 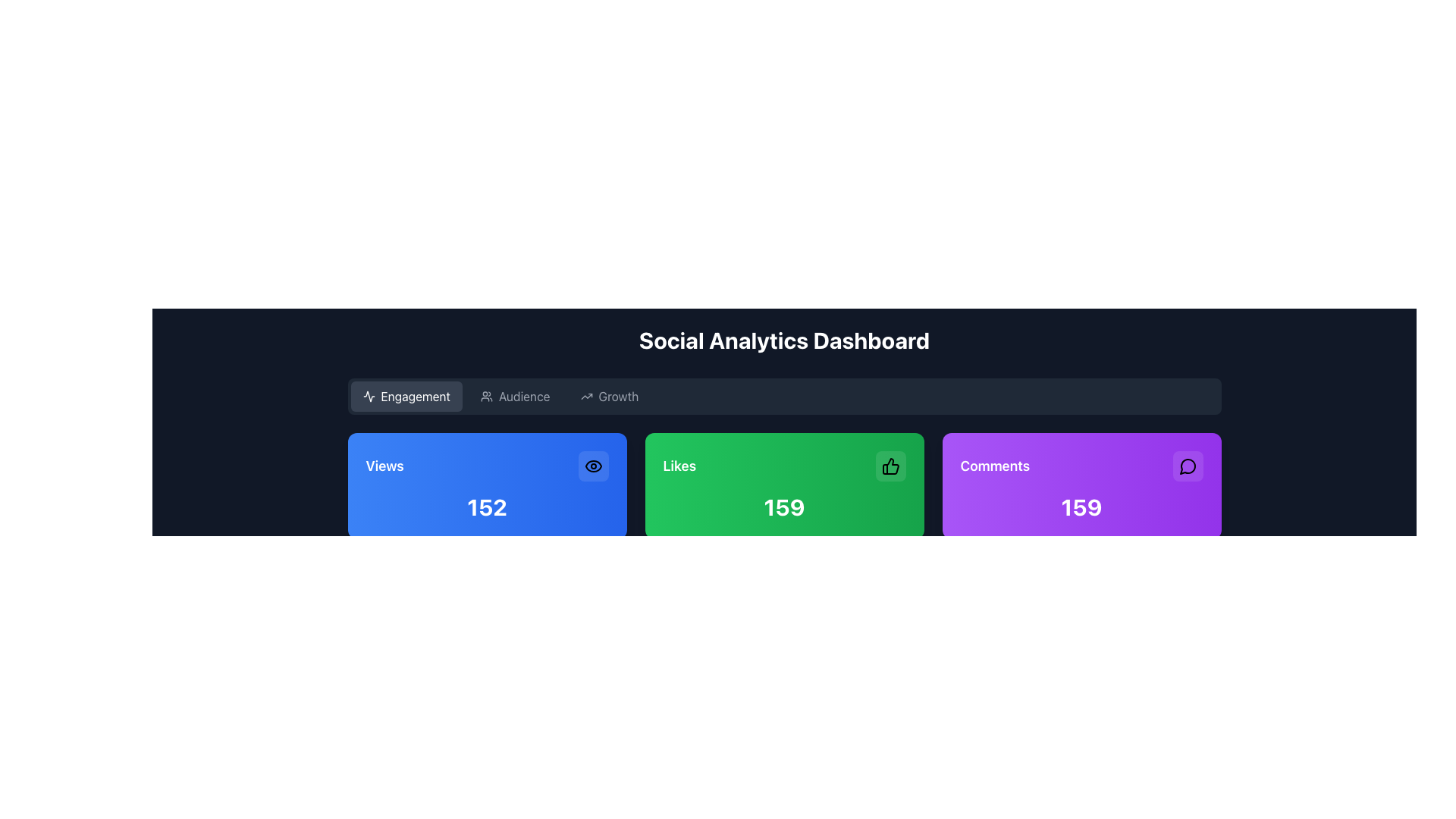 What do you see at coordinates (1187, 465) in the screenshot?
I see `the Icon button located at the rightmost side of the Comments section` at bounding box center [1187, 465].